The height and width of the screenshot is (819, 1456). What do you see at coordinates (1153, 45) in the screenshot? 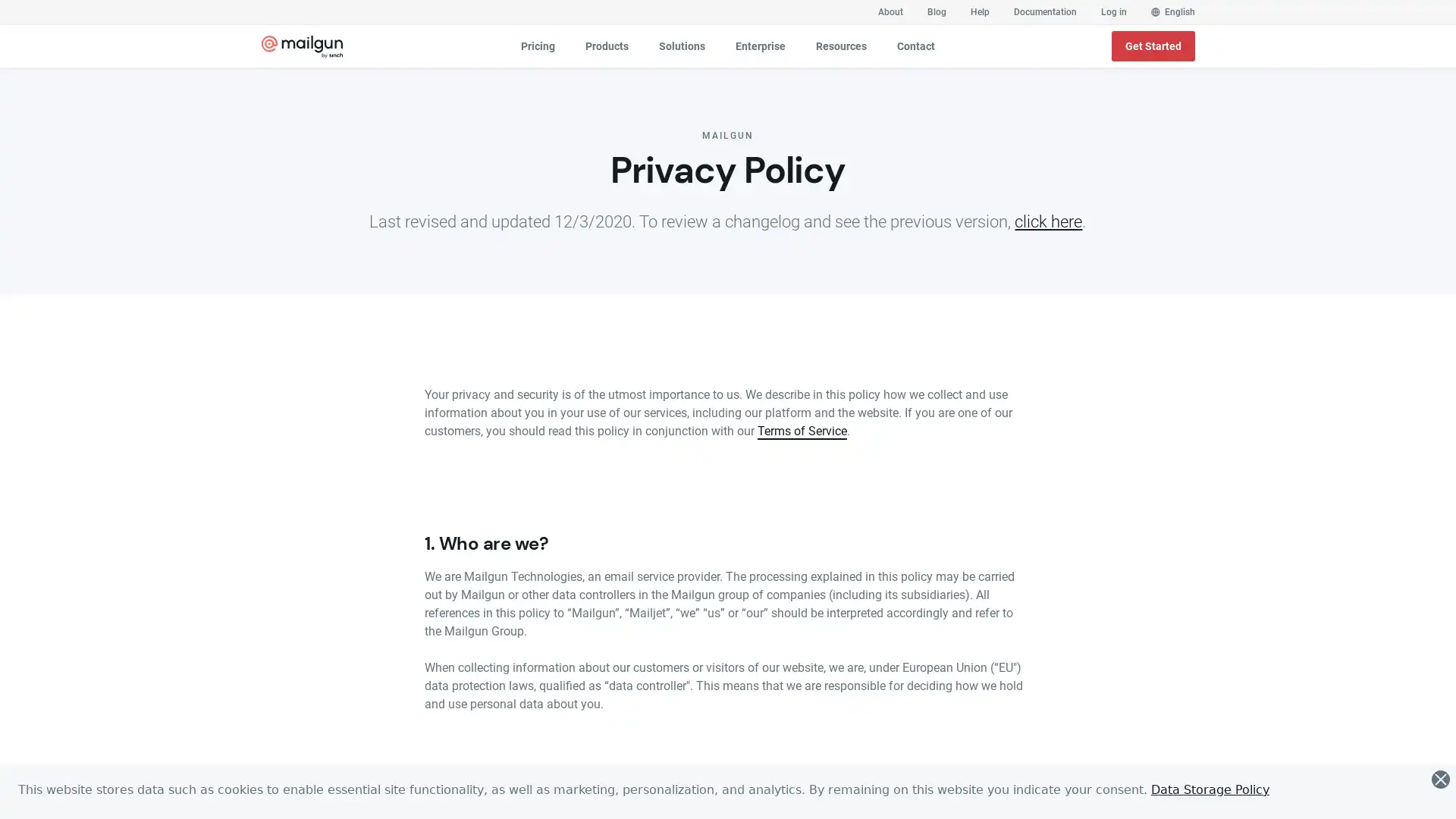
I see `Get Started` at bounding box center [1153, 45].